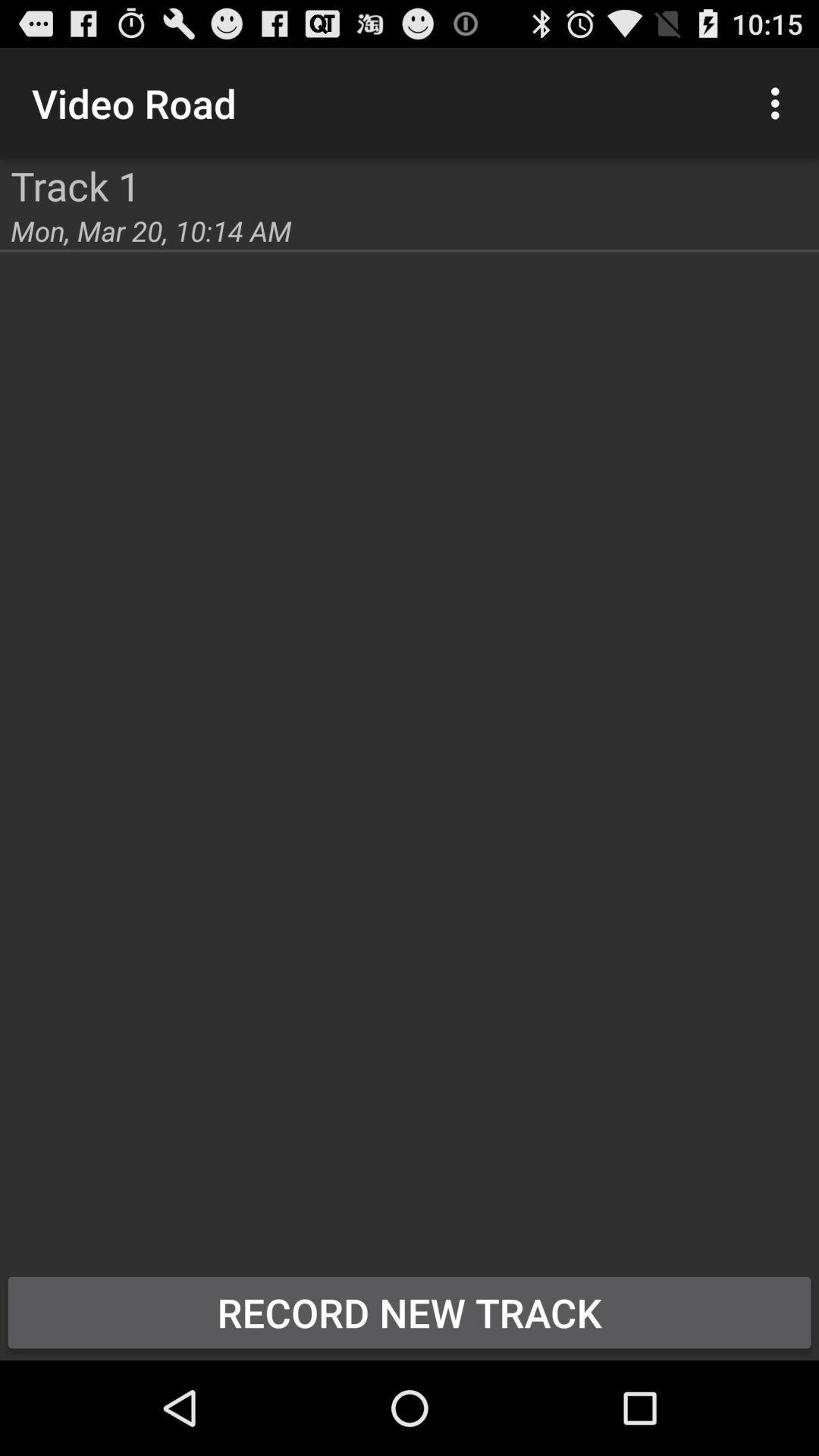 This screenshot has height=1456, width=819. I want to click on the track 1 item, so click(75, 184).